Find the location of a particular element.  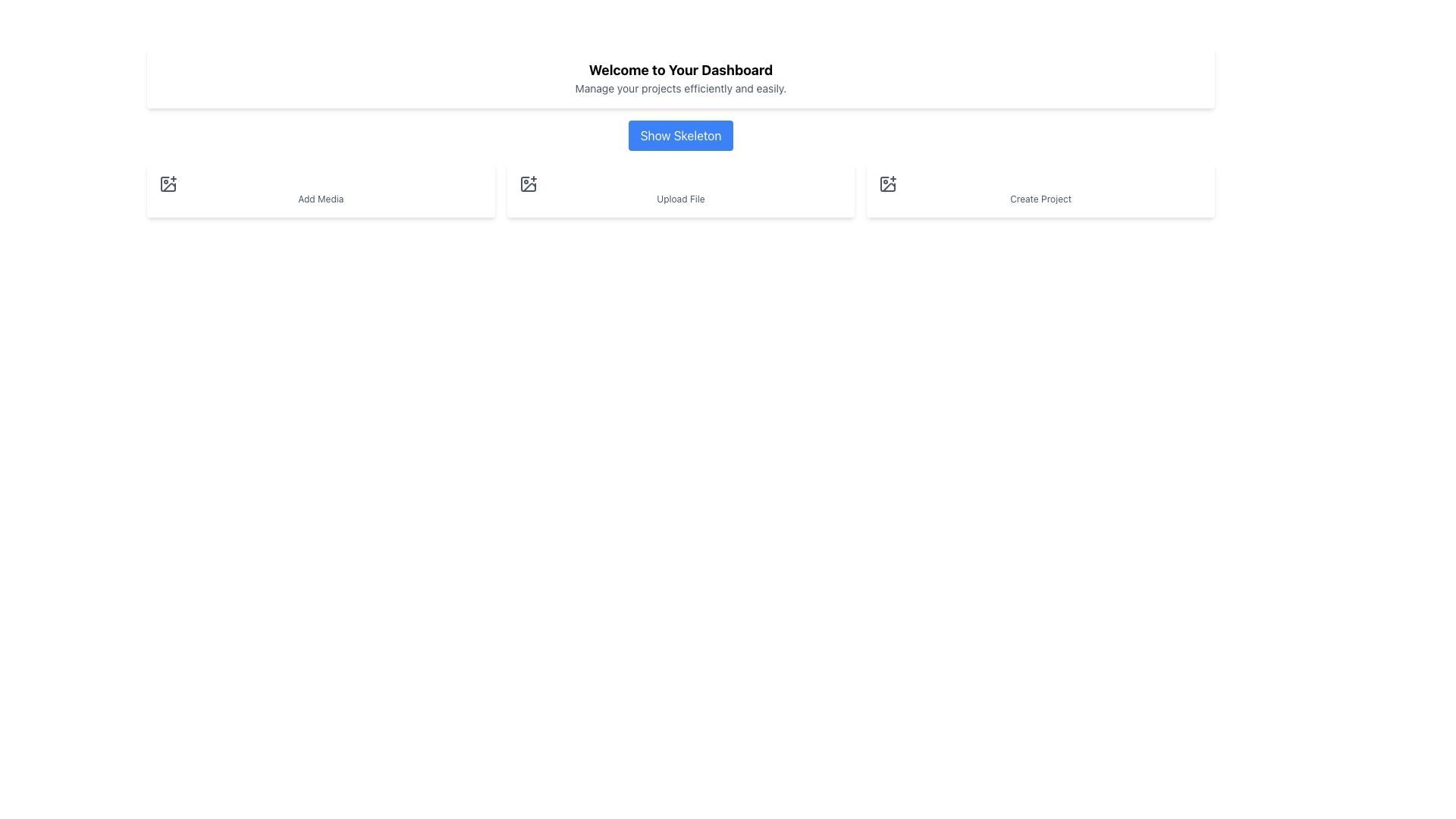

the 'Show Skeleton' button to initiate a visual state change is located at coordinates (679, 134).